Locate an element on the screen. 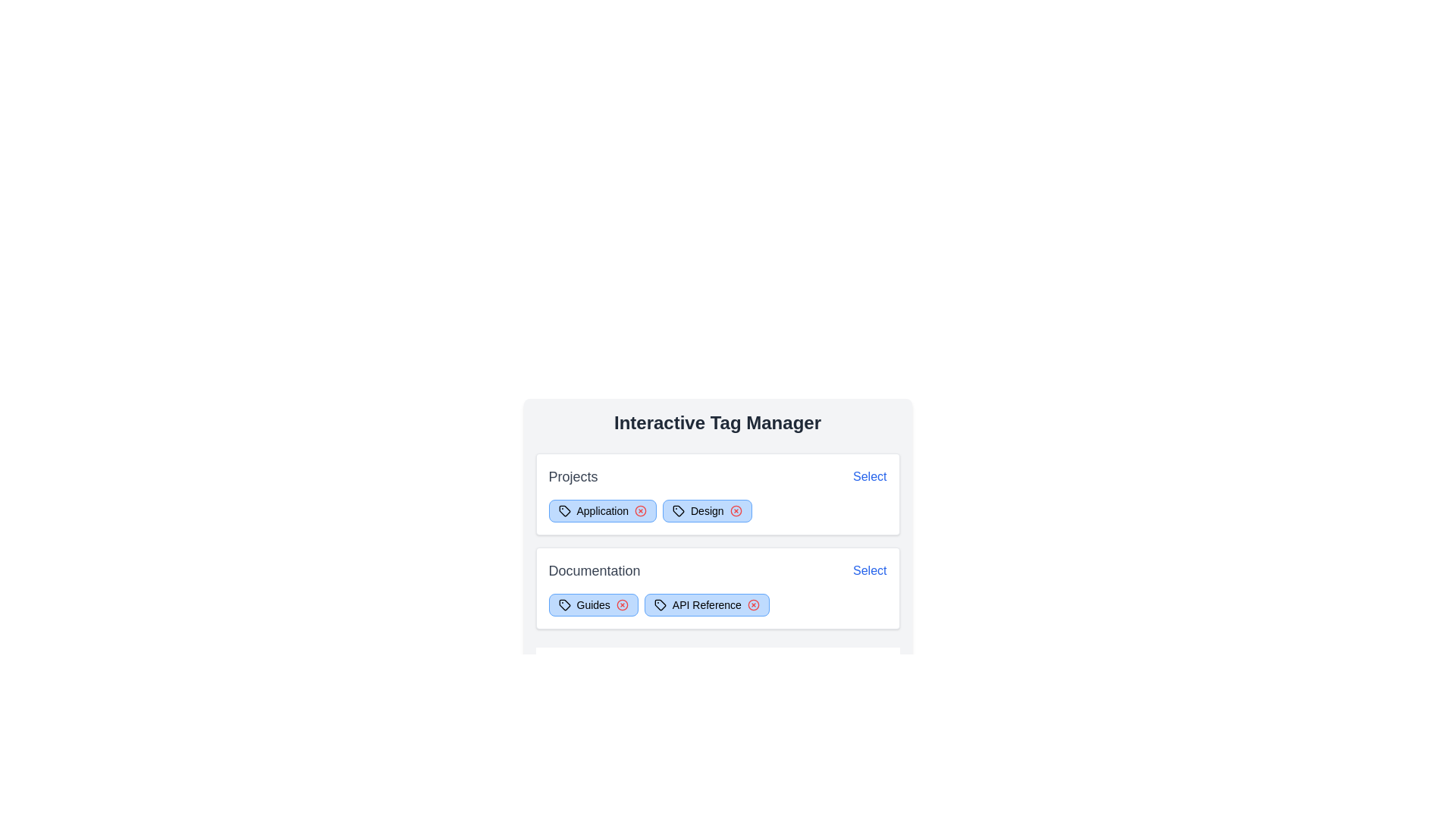 The height and width of the screenshot is (819, 1456). the SVG Icon resembling a tag located within the 'Documentation' group, specifically in the 'Guides' tag, positioned to the left of the associated text is located at coordinates (563, 604).